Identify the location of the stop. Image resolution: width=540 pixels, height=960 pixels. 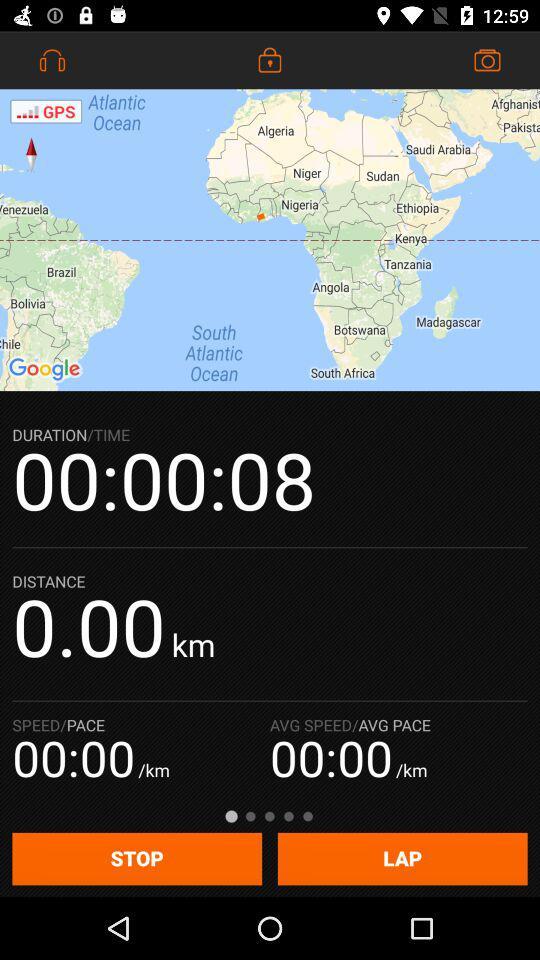
(136, 858).